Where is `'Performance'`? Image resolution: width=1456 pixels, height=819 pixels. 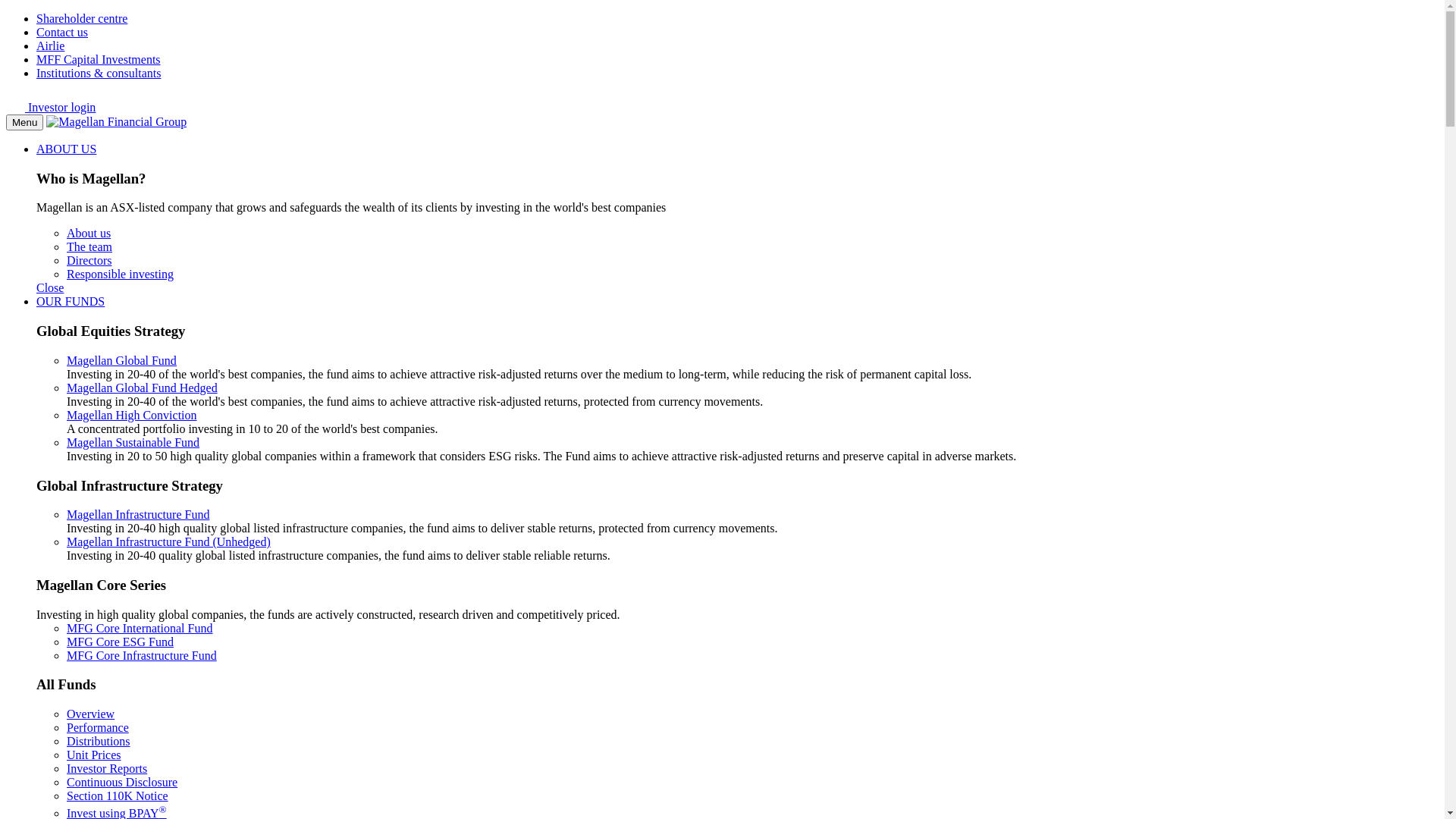 'Performance' is located at coordinates (65, 726).